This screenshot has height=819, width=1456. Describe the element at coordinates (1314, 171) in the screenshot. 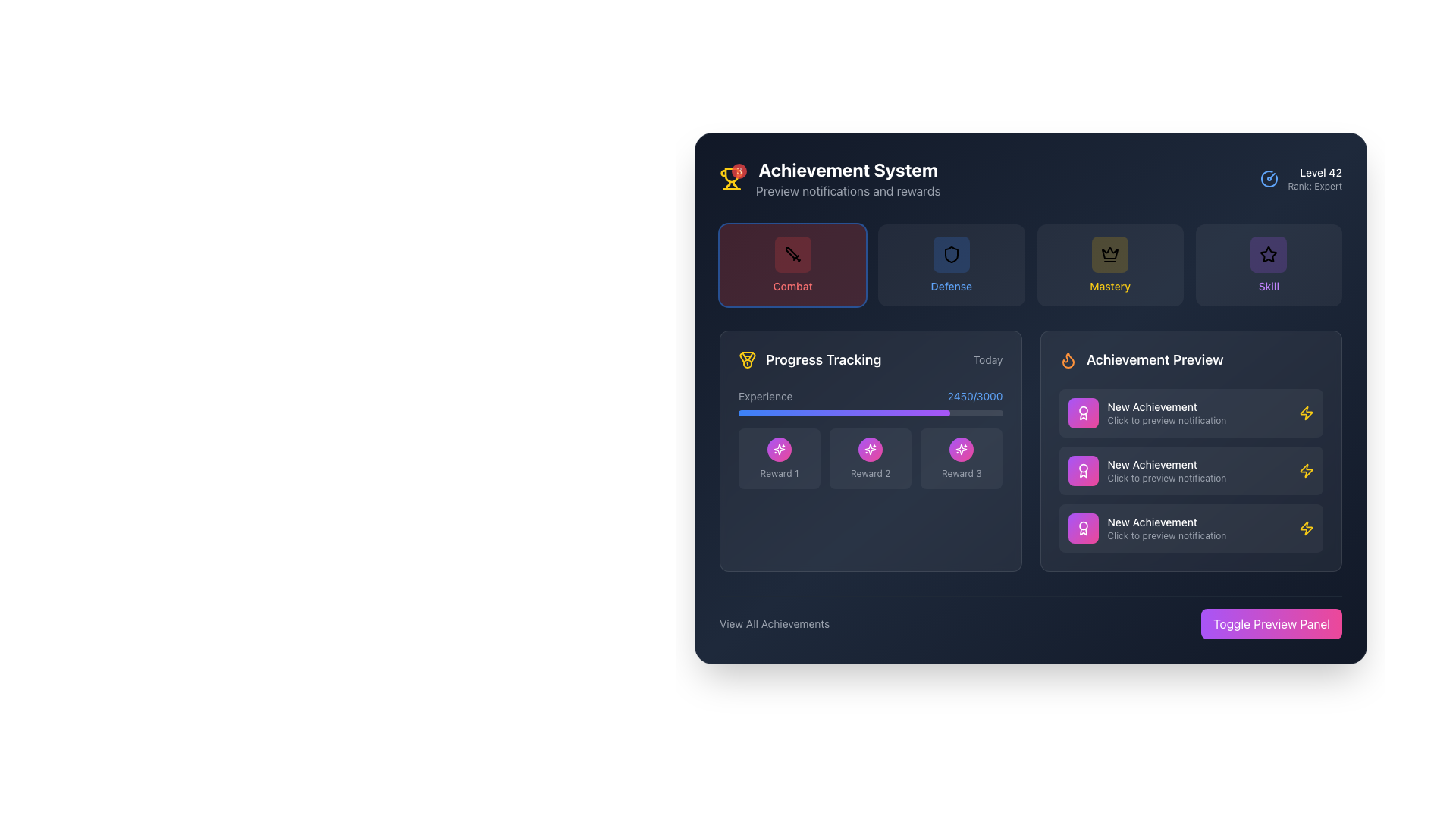

I see `the text label displaying the user's level in the application, located at the top-right corner of the interface, to the right of a circular icon with an arrow` at that location.